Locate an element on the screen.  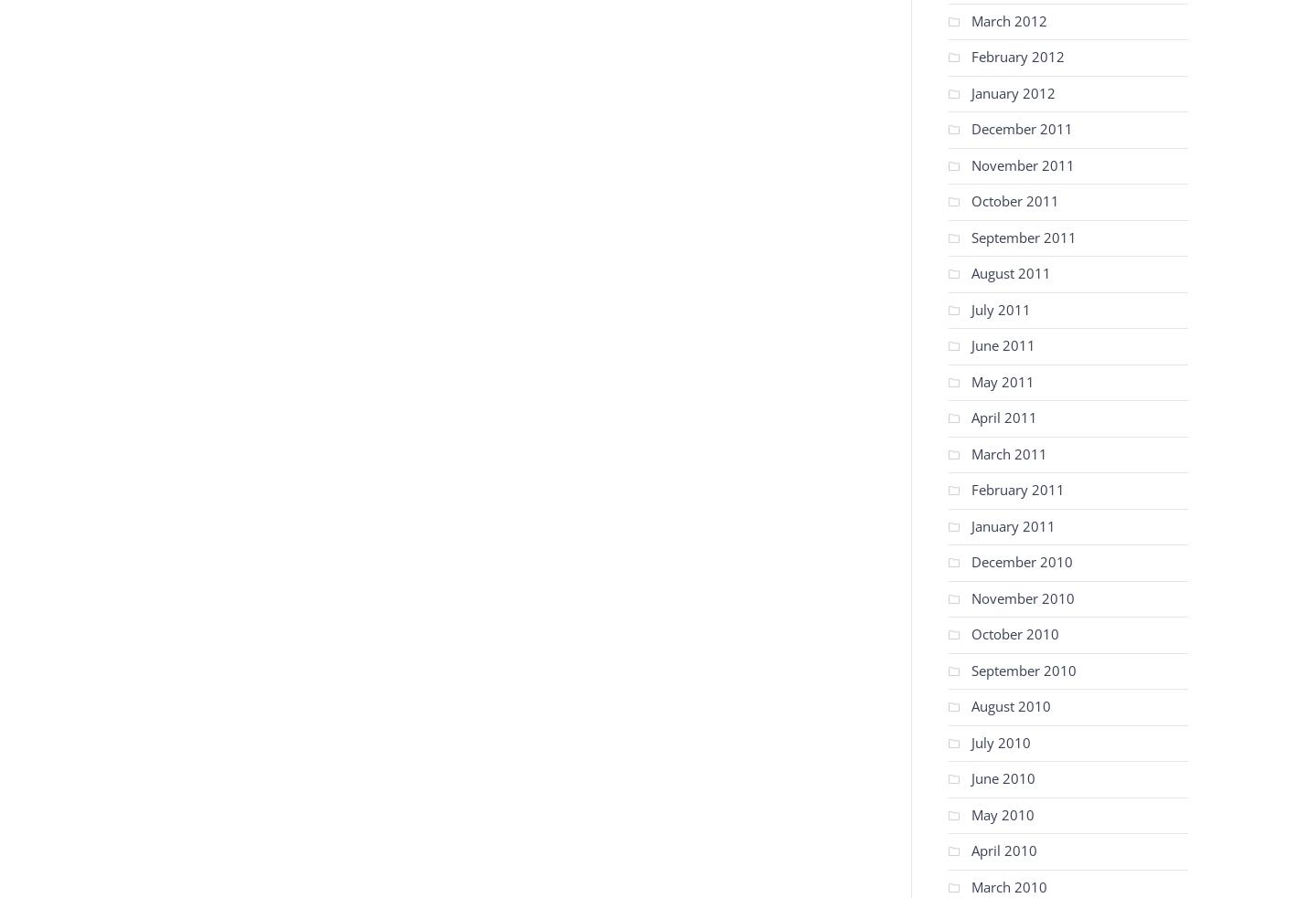
'March 2011' is located at coordinates (1008, 453).